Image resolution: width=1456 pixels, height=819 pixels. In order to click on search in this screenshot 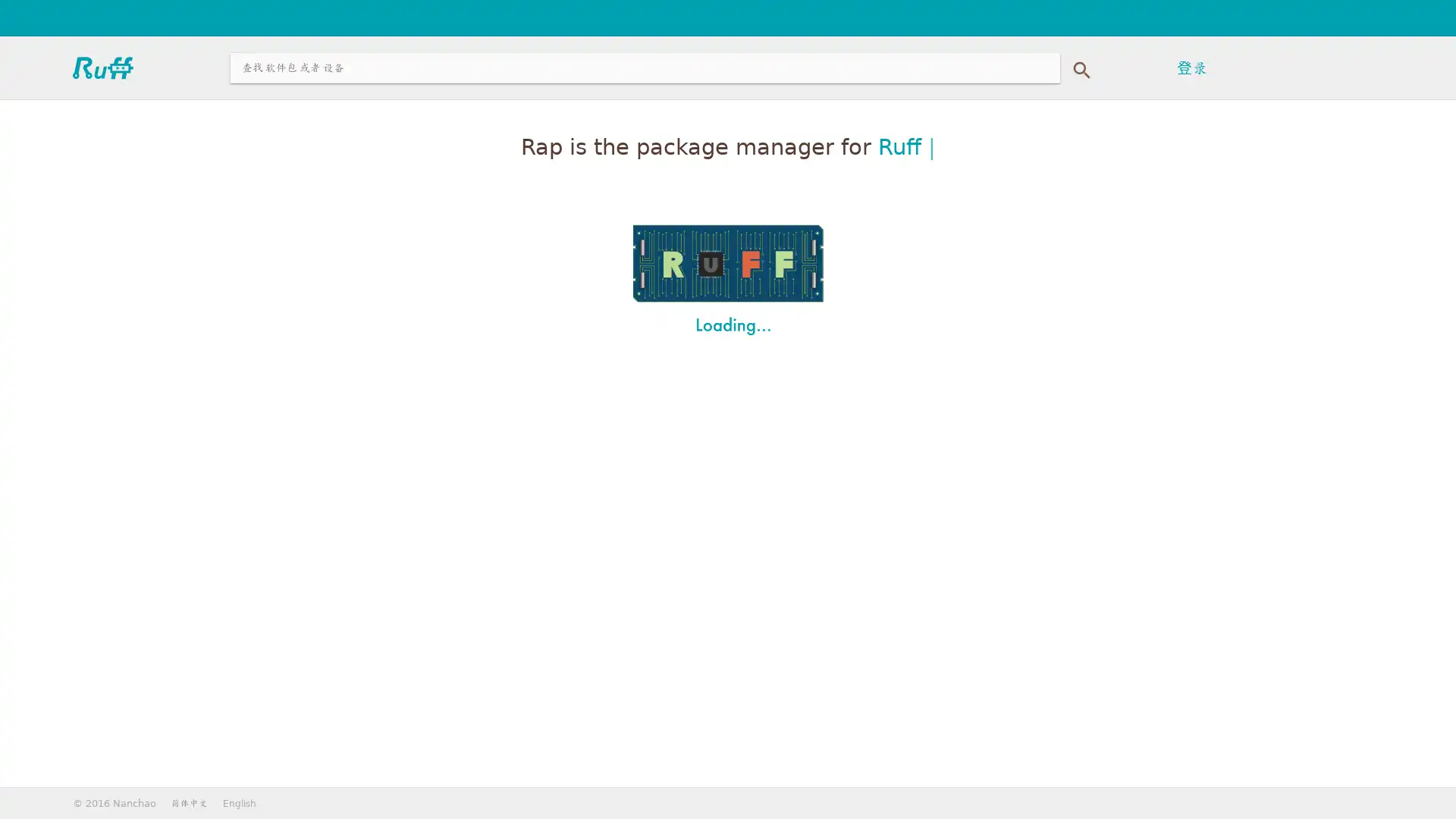, I will do `click(1079, 66)`.